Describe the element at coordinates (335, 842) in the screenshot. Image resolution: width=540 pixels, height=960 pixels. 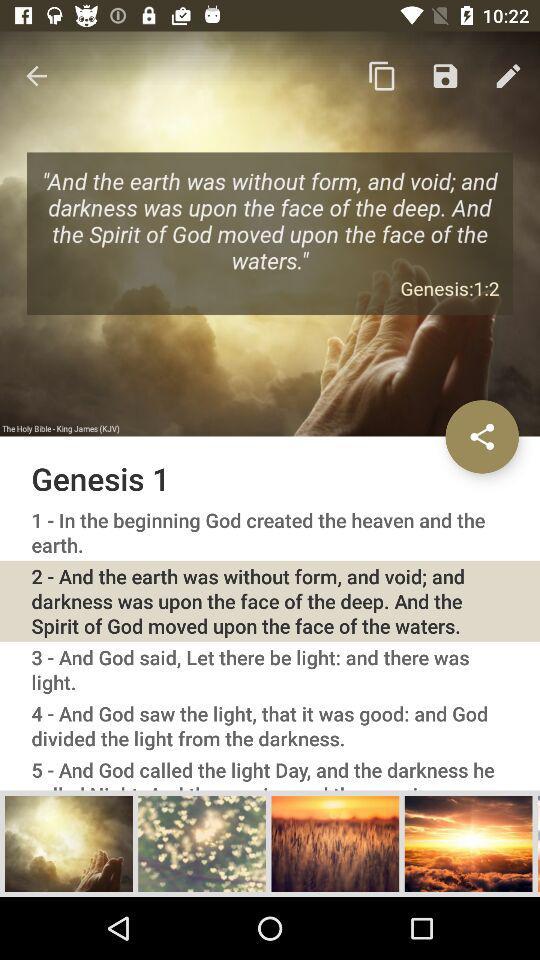
I see `chapter selection` at that location.